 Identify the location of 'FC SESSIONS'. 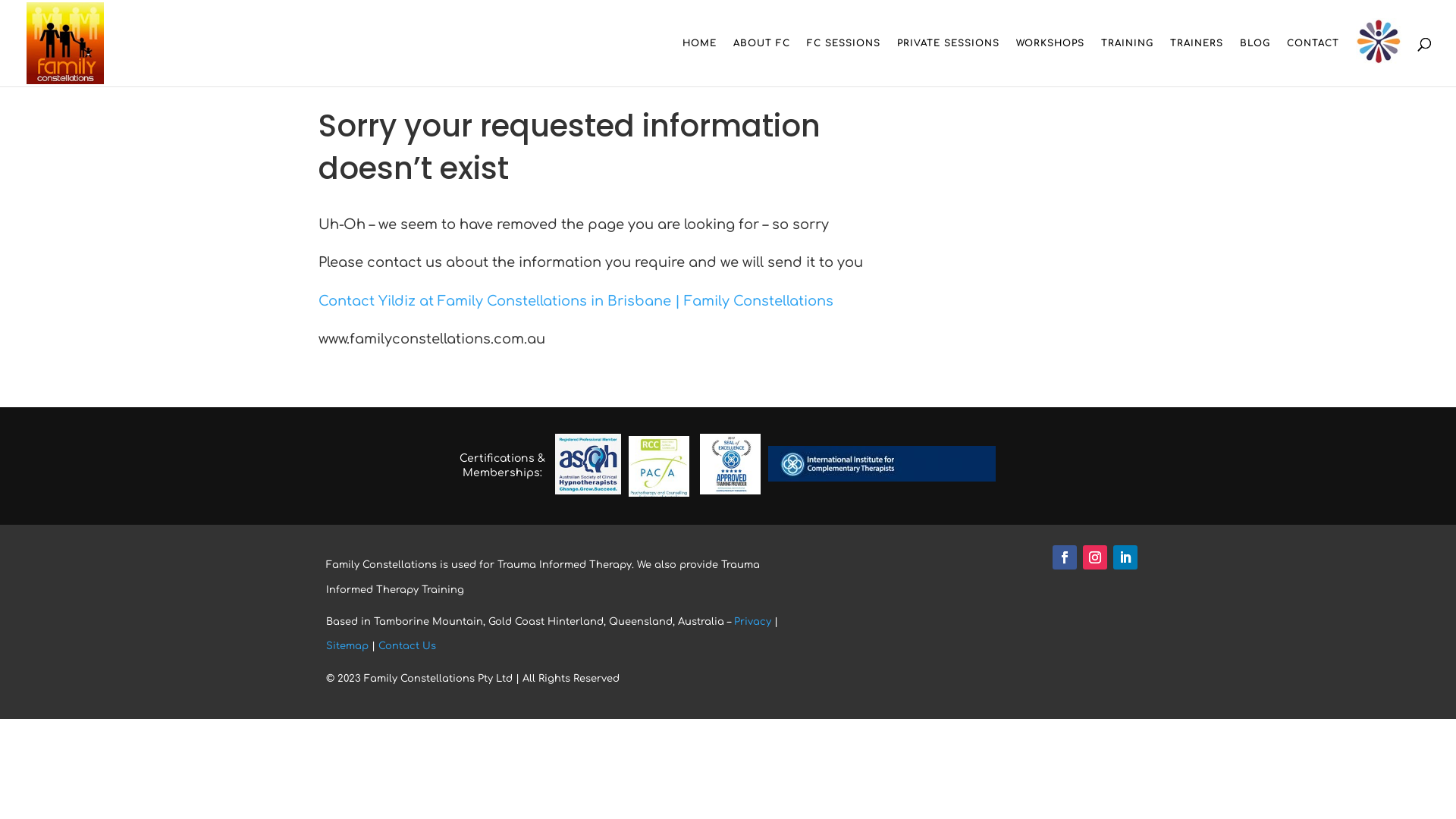
(843, 61).